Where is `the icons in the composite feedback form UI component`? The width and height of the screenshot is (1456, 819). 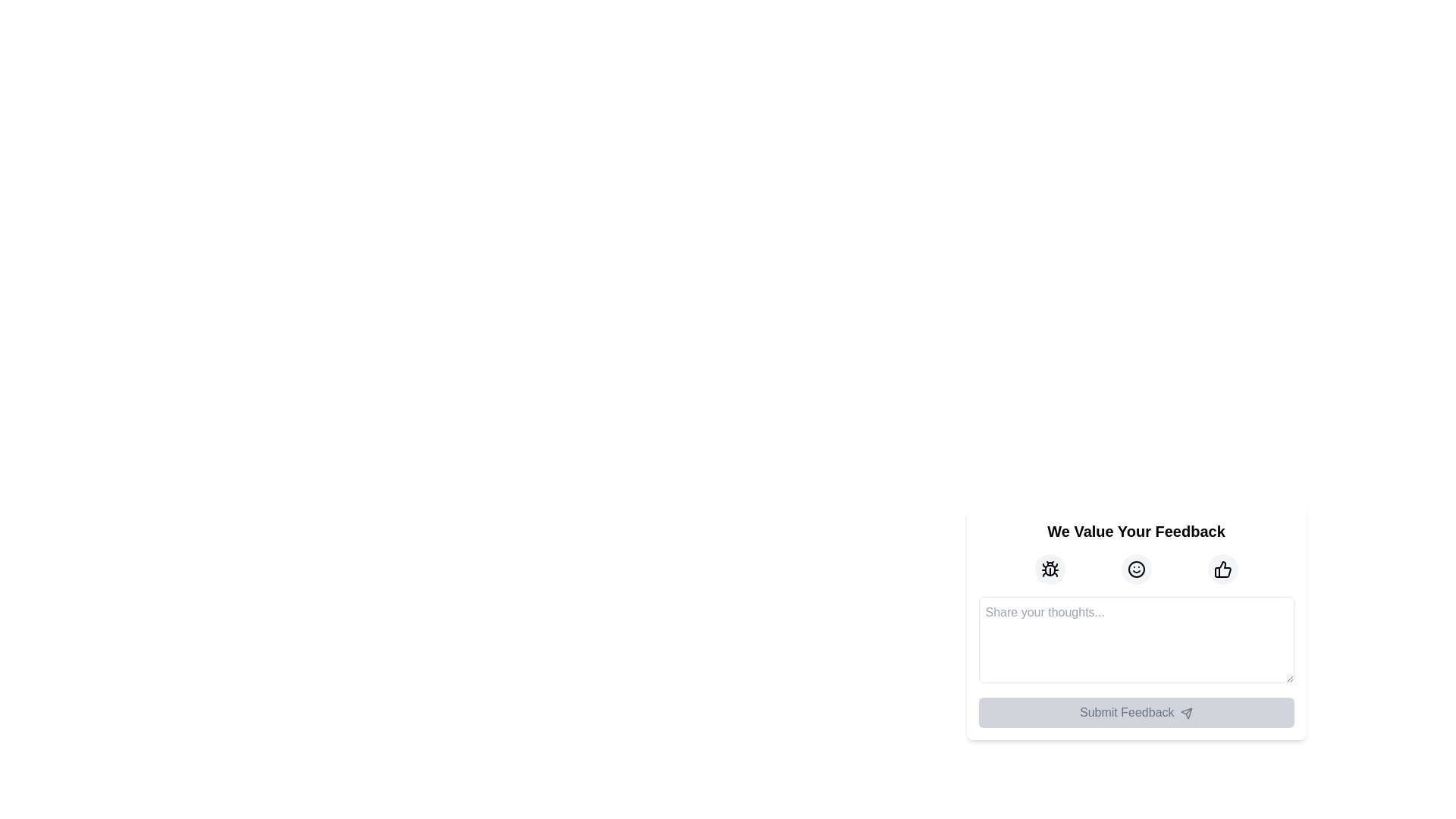
the icons in the composite feedback form UI component is located at coordinates (1136, 623).